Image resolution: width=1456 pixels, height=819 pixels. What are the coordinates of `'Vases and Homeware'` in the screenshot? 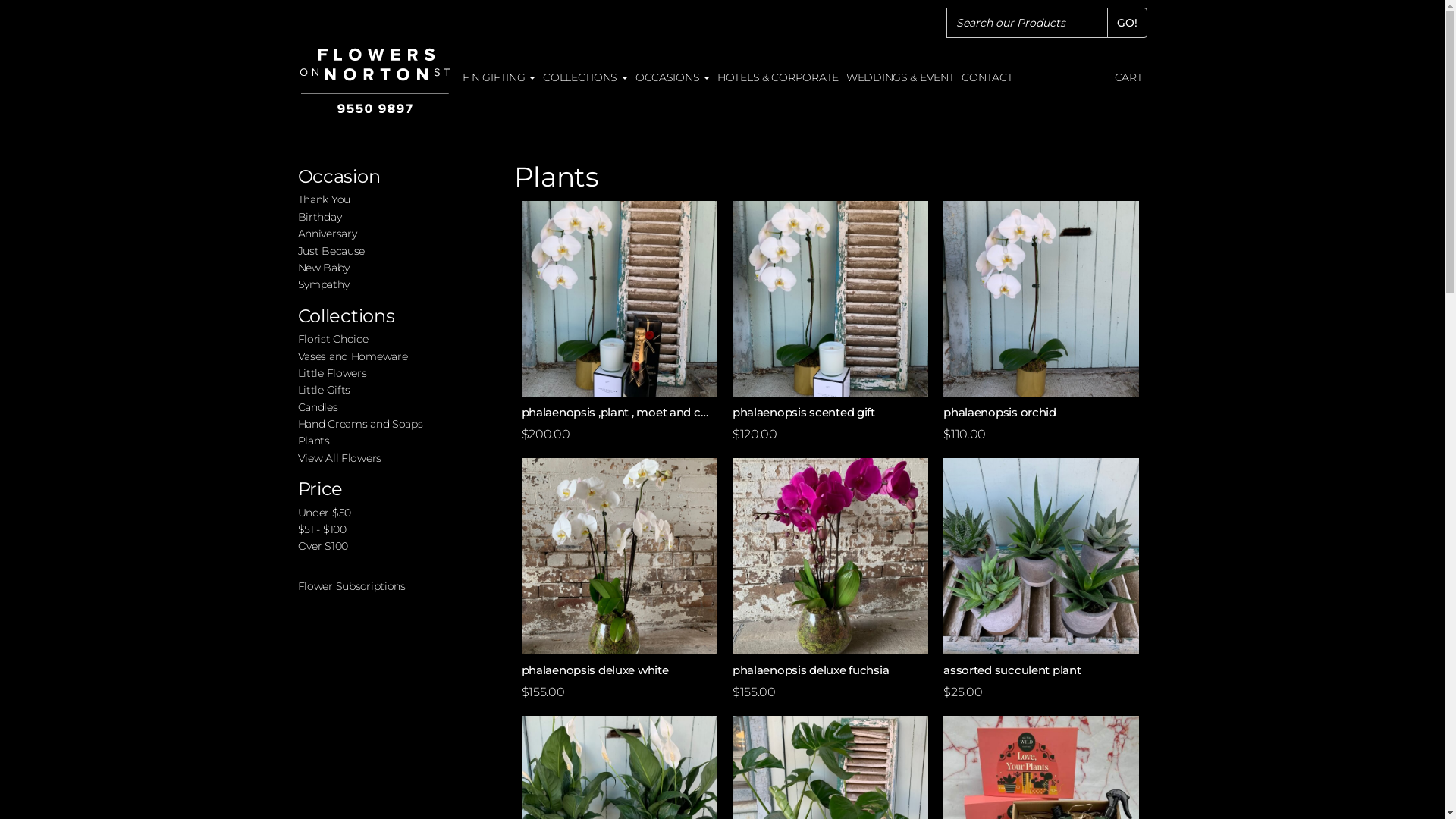 It's located at (351, 356).